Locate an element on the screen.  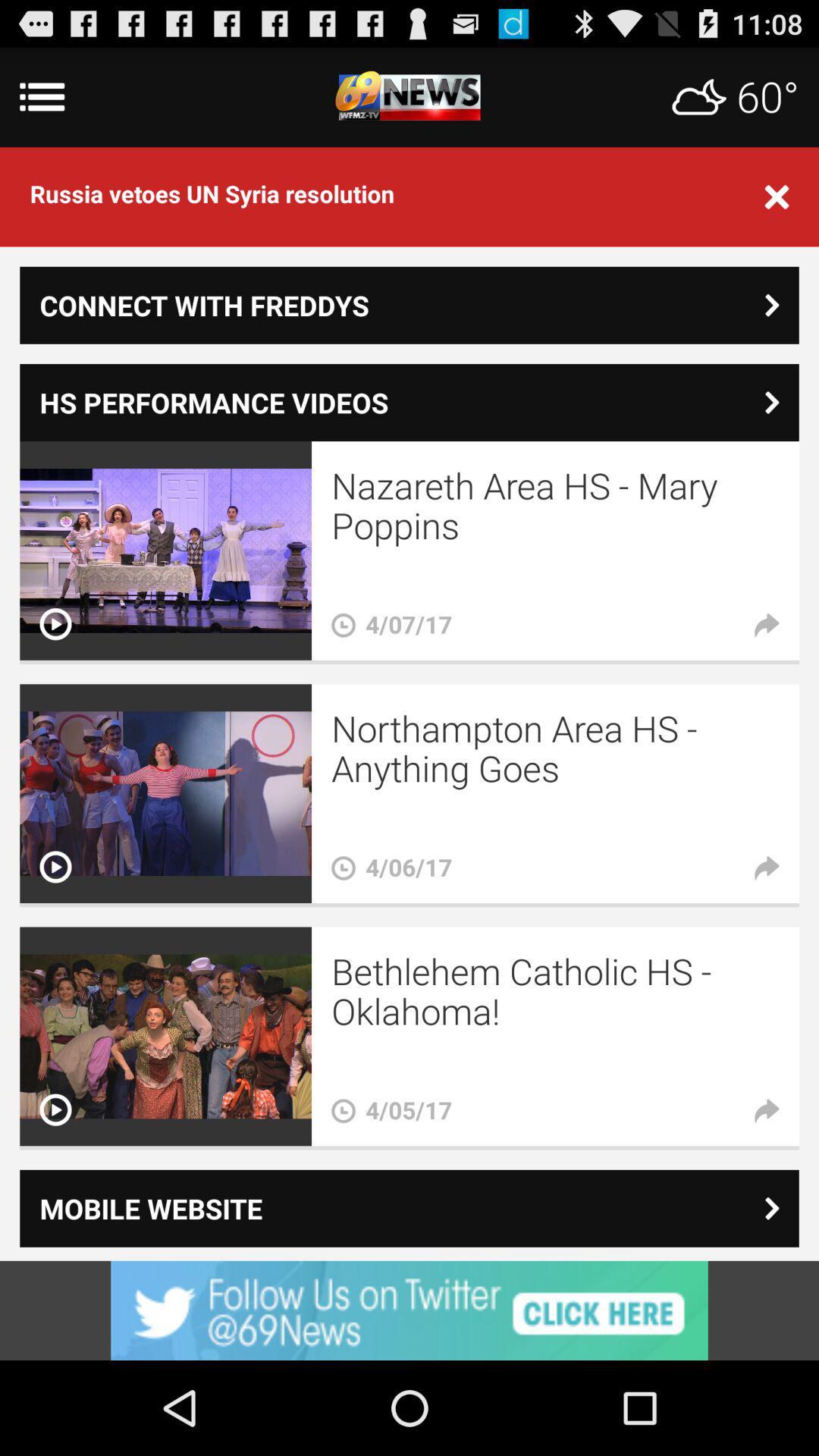
main menu is located at coordinates (409, 96).